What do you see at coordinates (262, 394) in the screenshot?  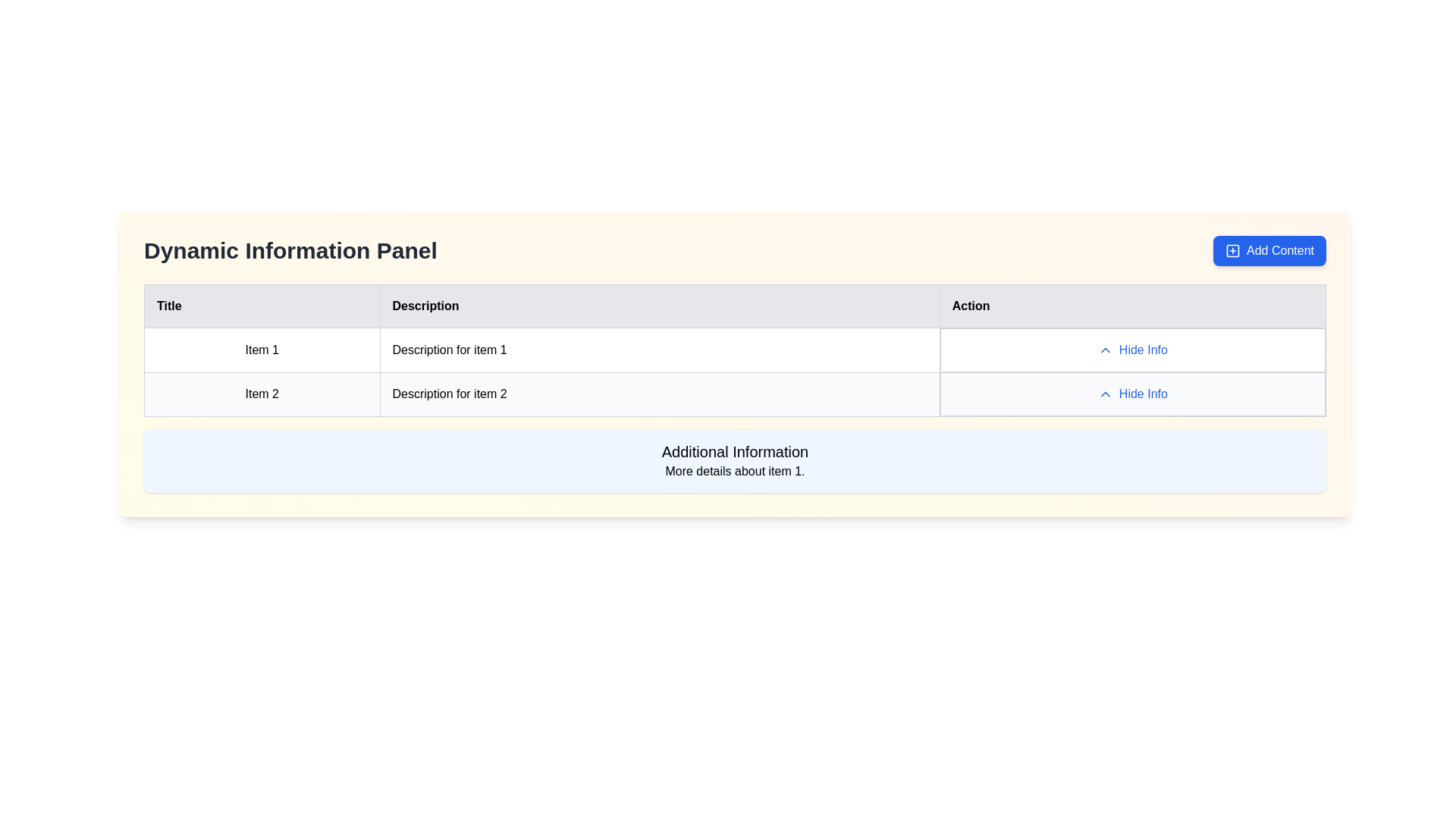 I see `text content of the Text Label that identifies the entry as 'Item 2' located in the second row under the 'Title' column` at bounding box center [262, 394].